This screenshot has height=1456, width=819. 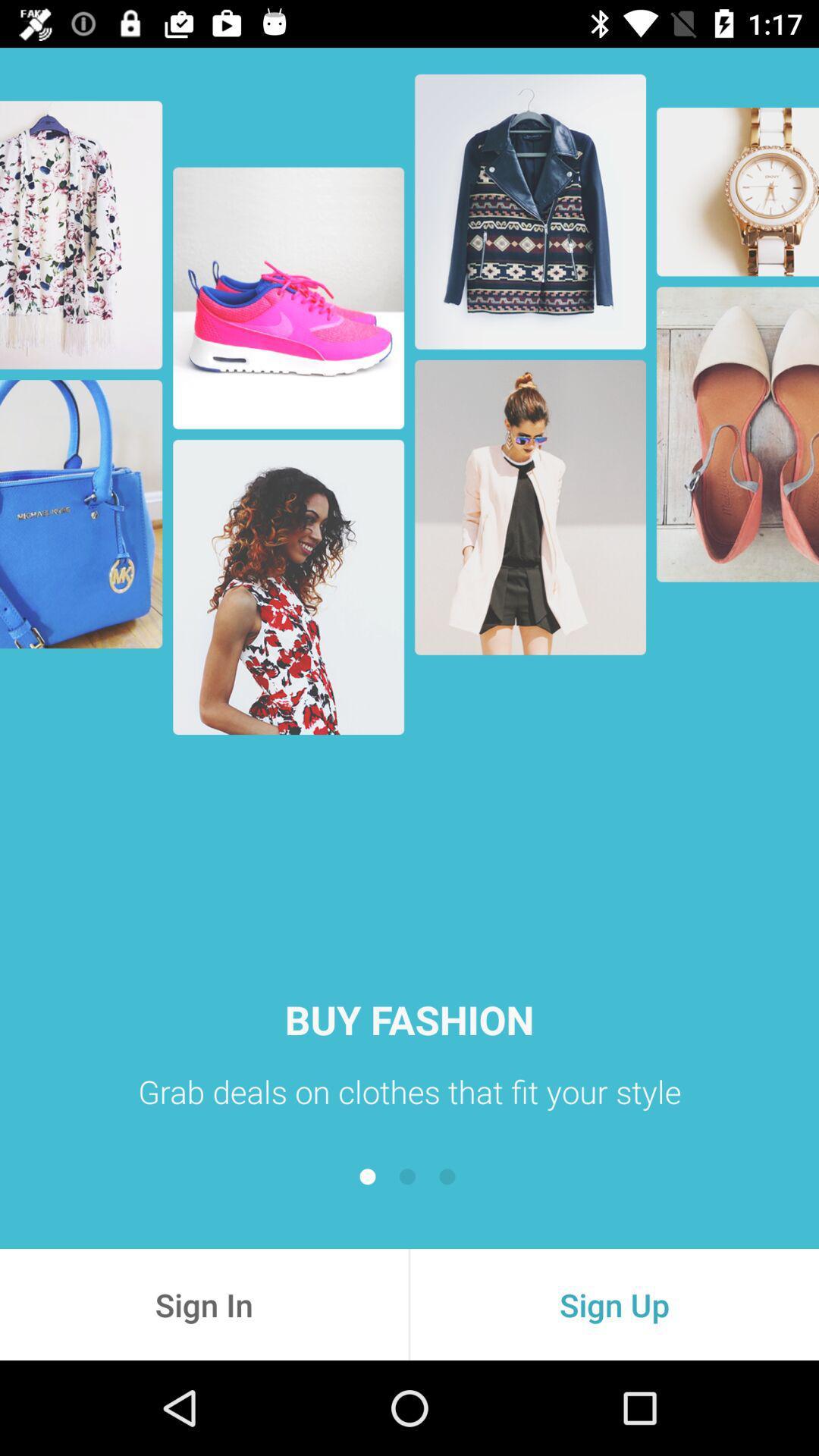 What do you see at coordinates (614, 1304) in the screenshot?
I see `sign up at the bottom right corner` at bounding box center [614, 1304].